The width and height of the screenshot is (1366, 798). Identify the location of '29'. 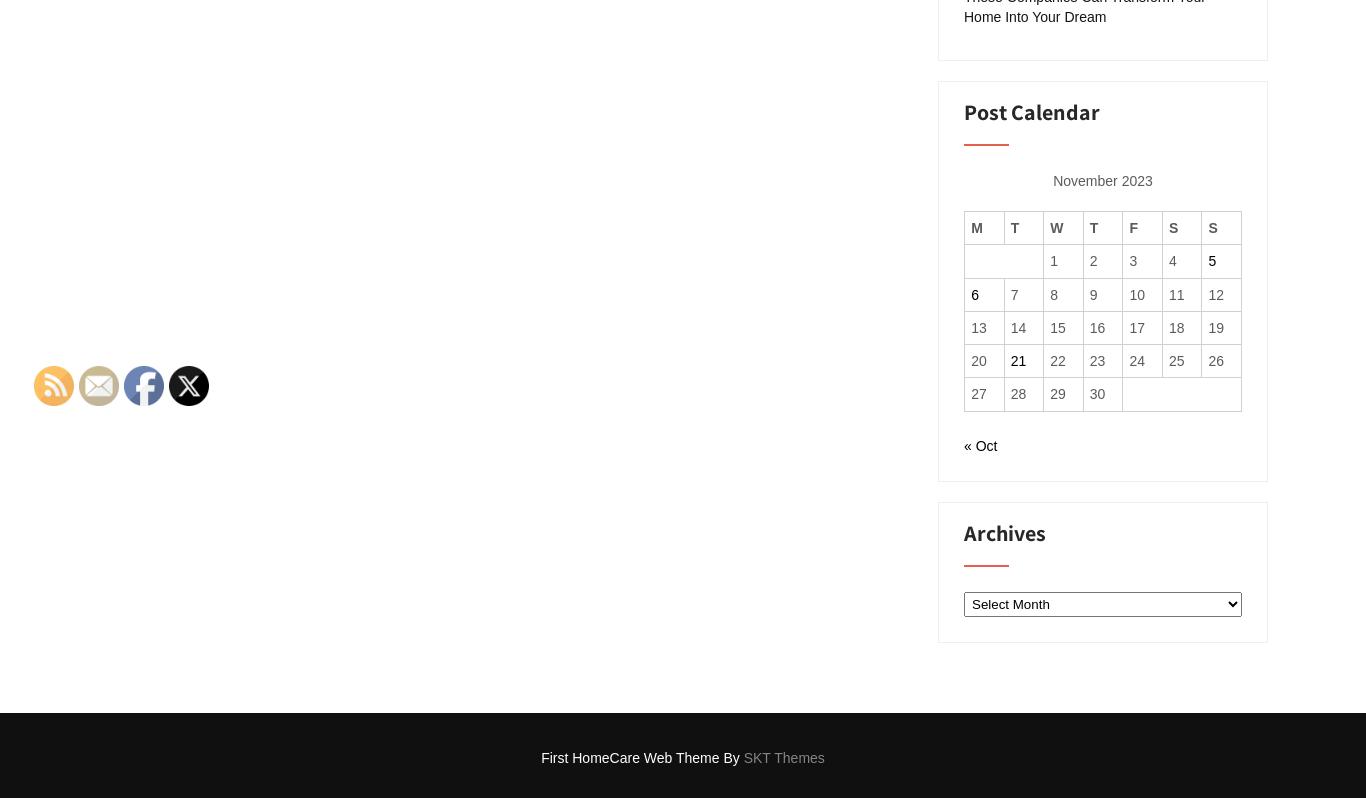
(1056, 393).